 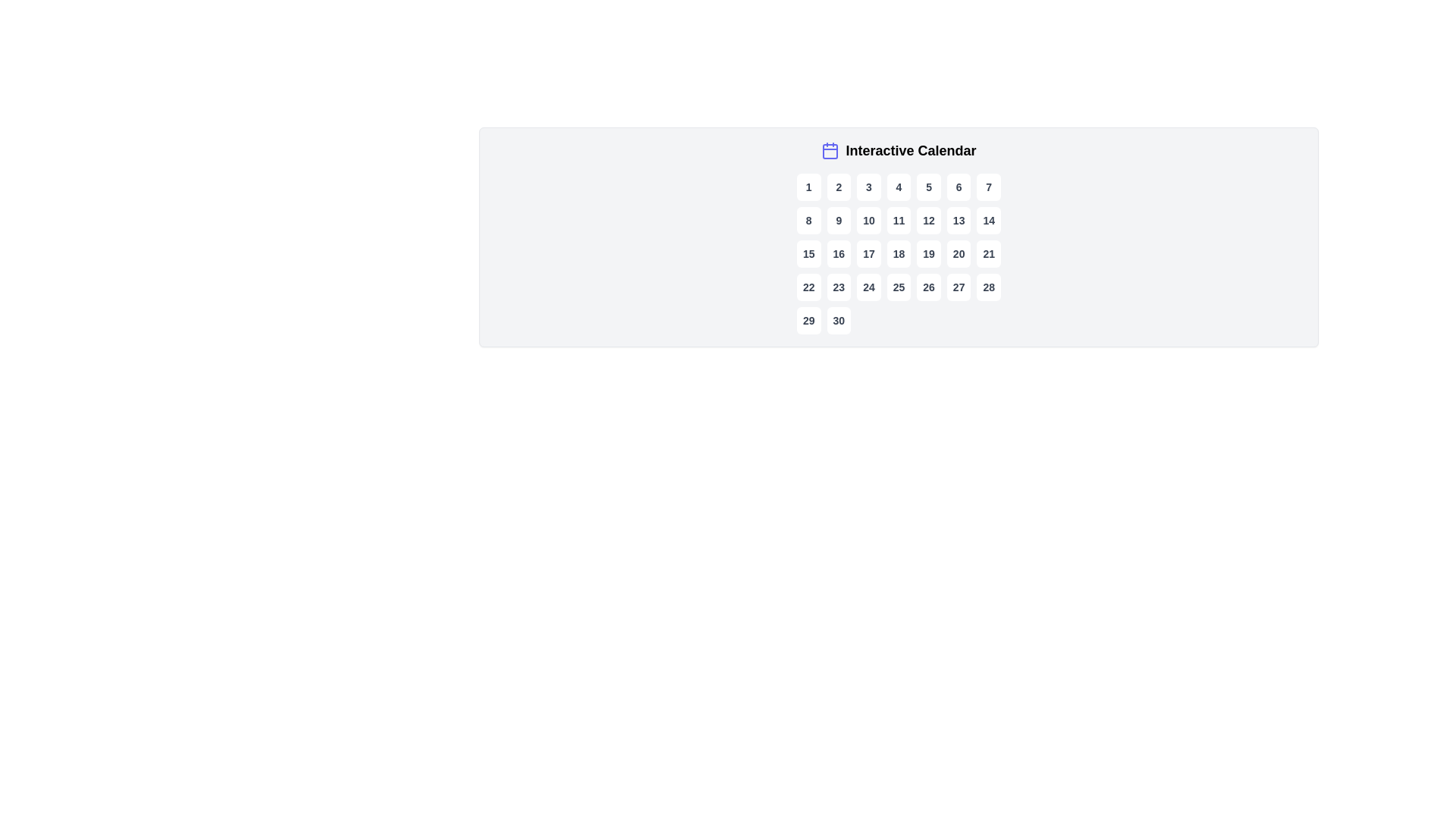 What do you see at coordinates (958, 287) in the screenshot?
I see `the interactive button for day 27 in the calendar grid` at bounding box center [958, 287].